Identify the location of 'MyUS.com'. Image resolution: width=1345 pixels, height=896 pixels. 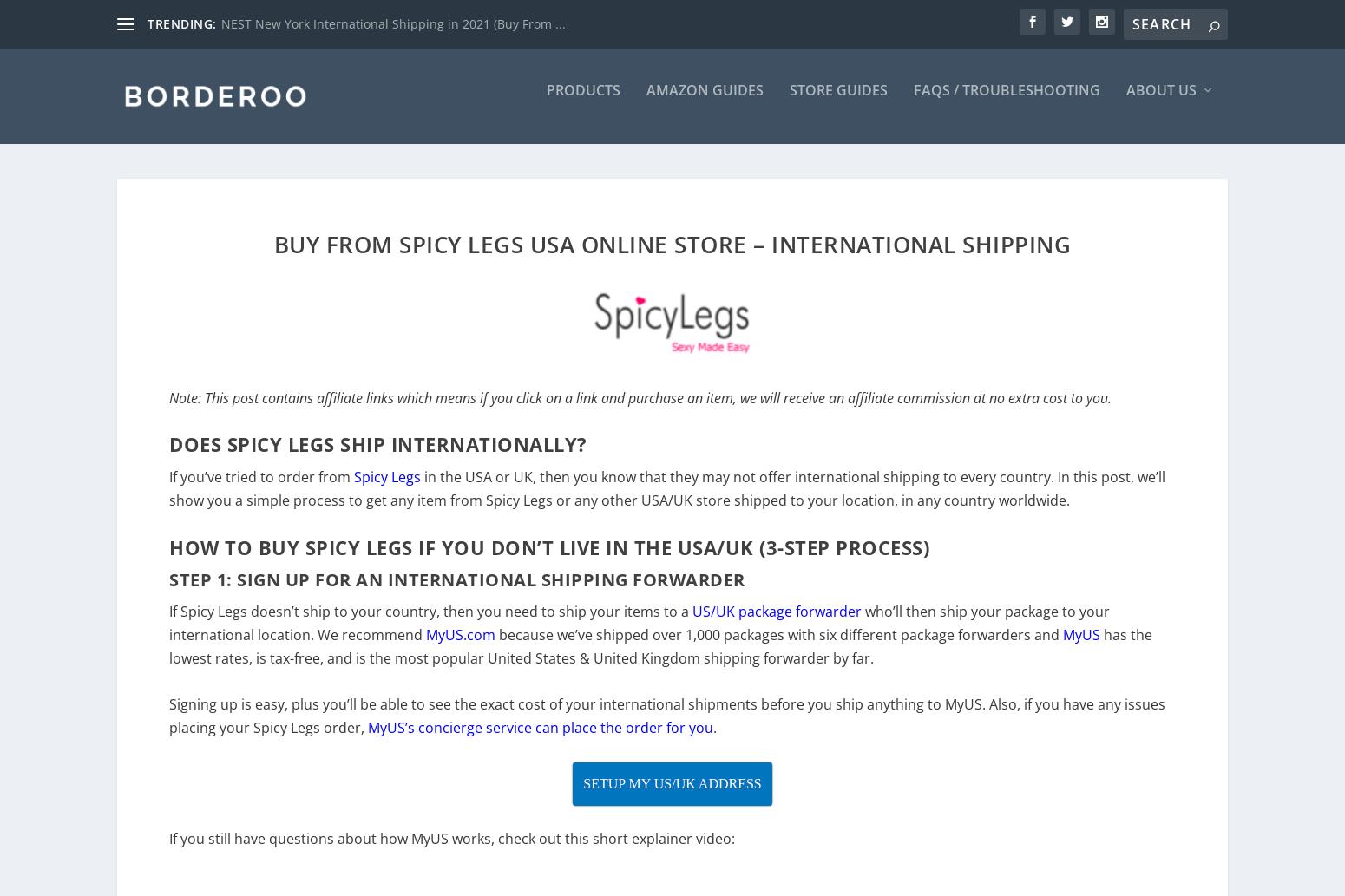
(425, 645).